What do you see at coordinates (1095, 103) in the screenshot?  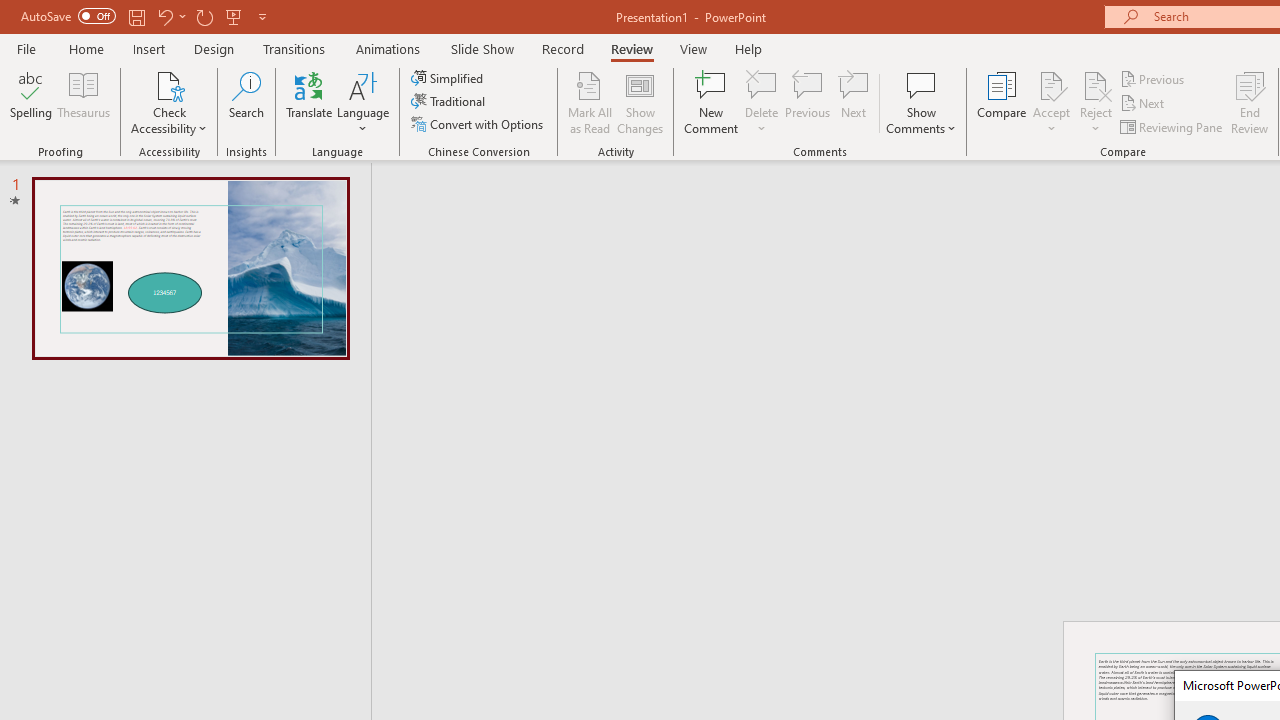 I see `'Reject'` at bounding box center [1095, 103].